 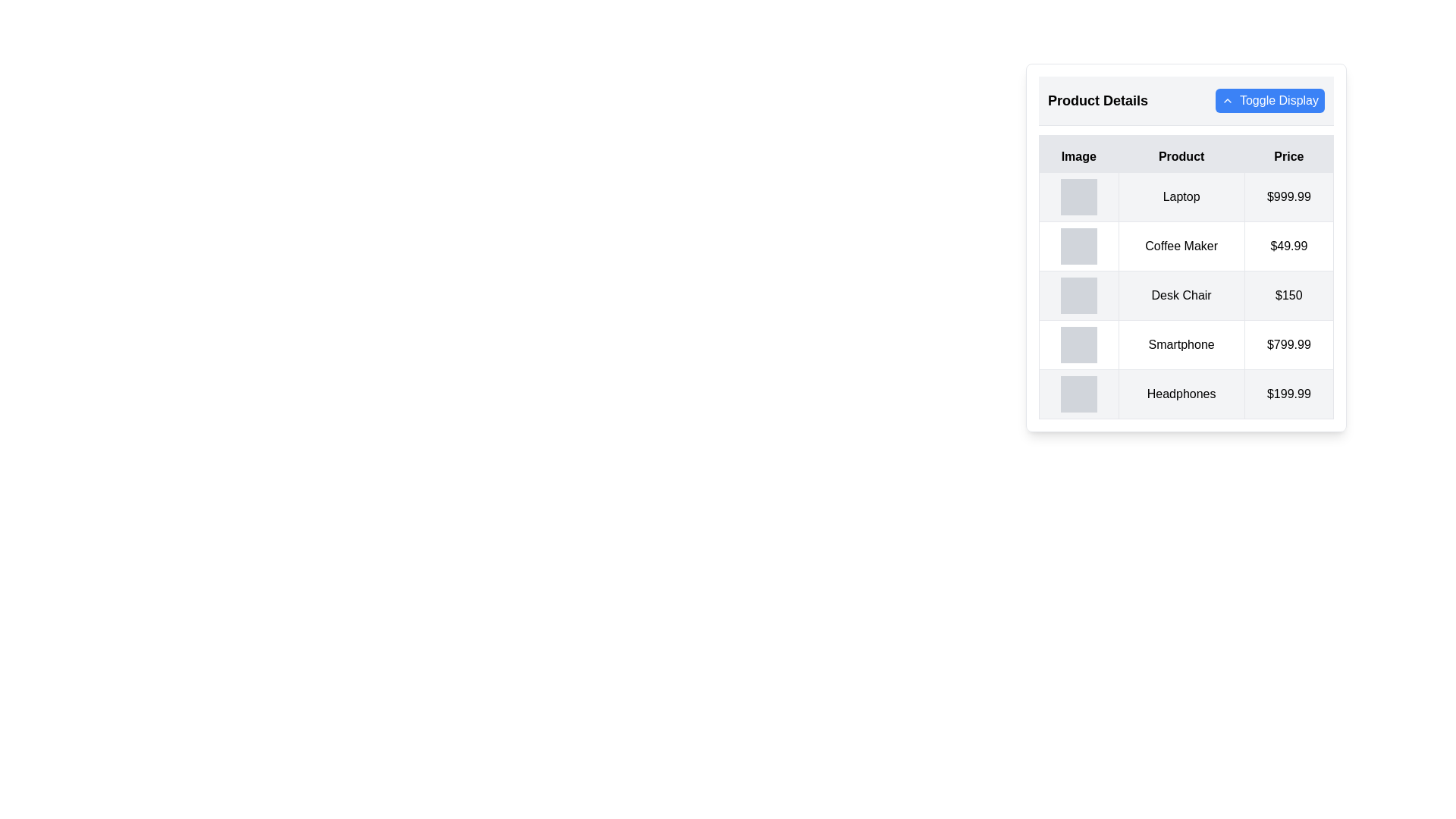 What do you see at coordinates (1288, 295) in the screenshot?
I see `text displayed in the price label for the product 'Desk Chair', located in the third row and third column of the 'Product Details' table` at bounding box center [1288, 295].